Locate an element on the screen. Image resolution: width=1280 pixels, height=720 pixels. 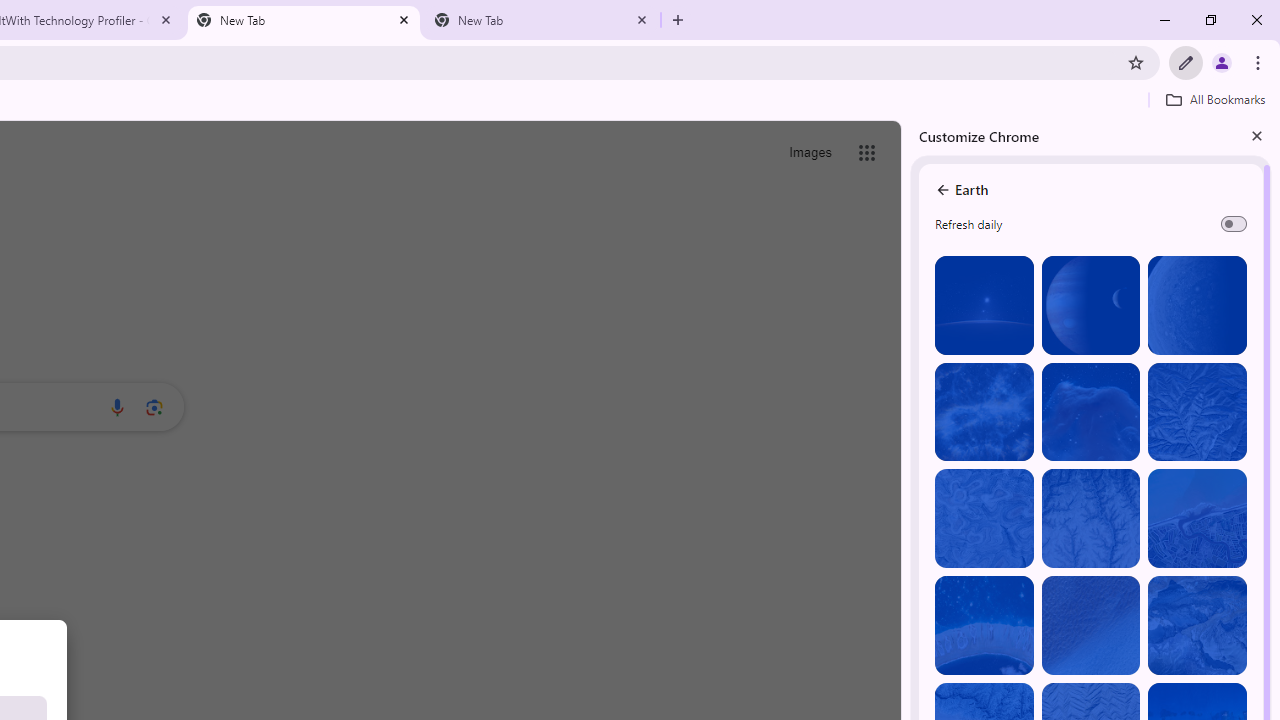
'Refresh daily' is located at coordinates (1232, 223).